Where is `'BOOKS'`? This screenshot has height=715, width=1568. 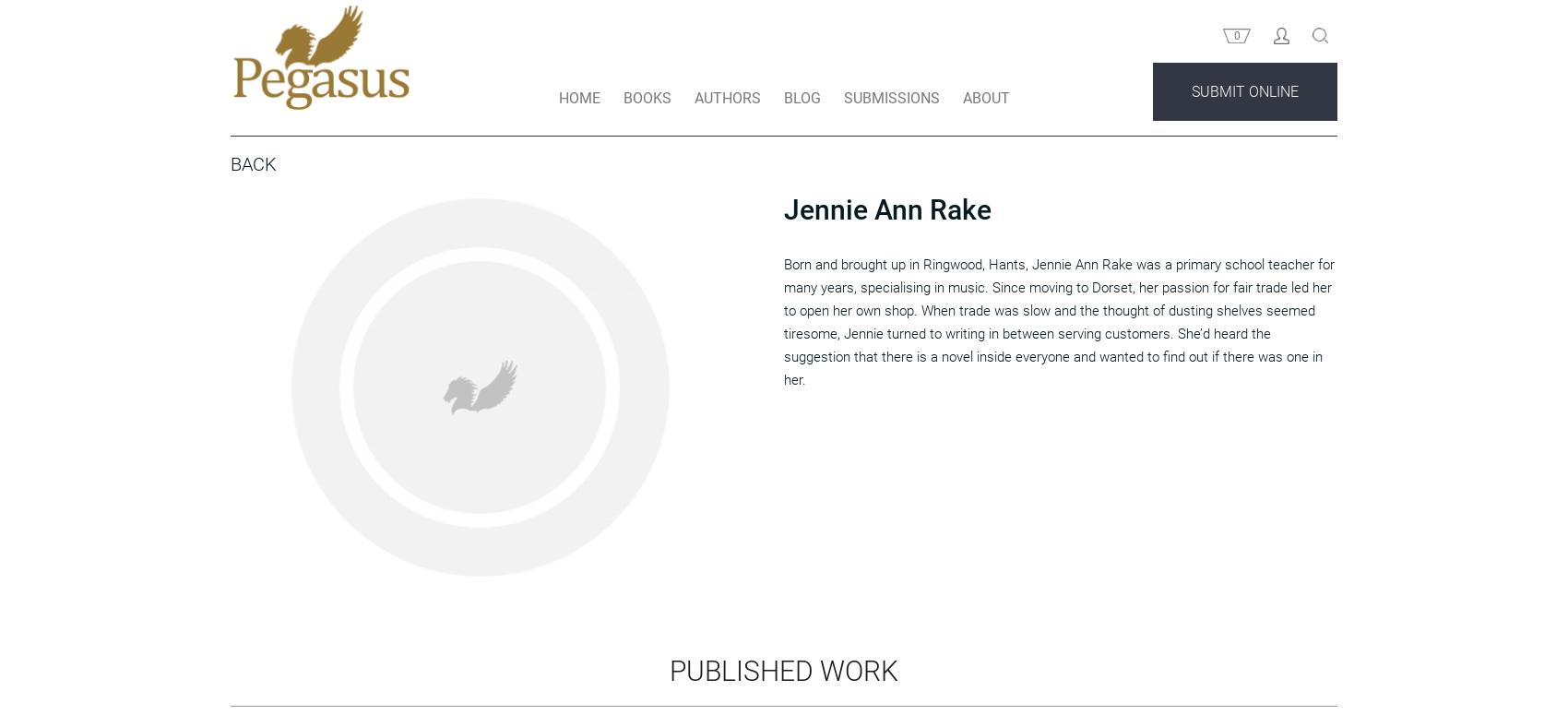 'BOOKS' is located at coordinates (647, 132).